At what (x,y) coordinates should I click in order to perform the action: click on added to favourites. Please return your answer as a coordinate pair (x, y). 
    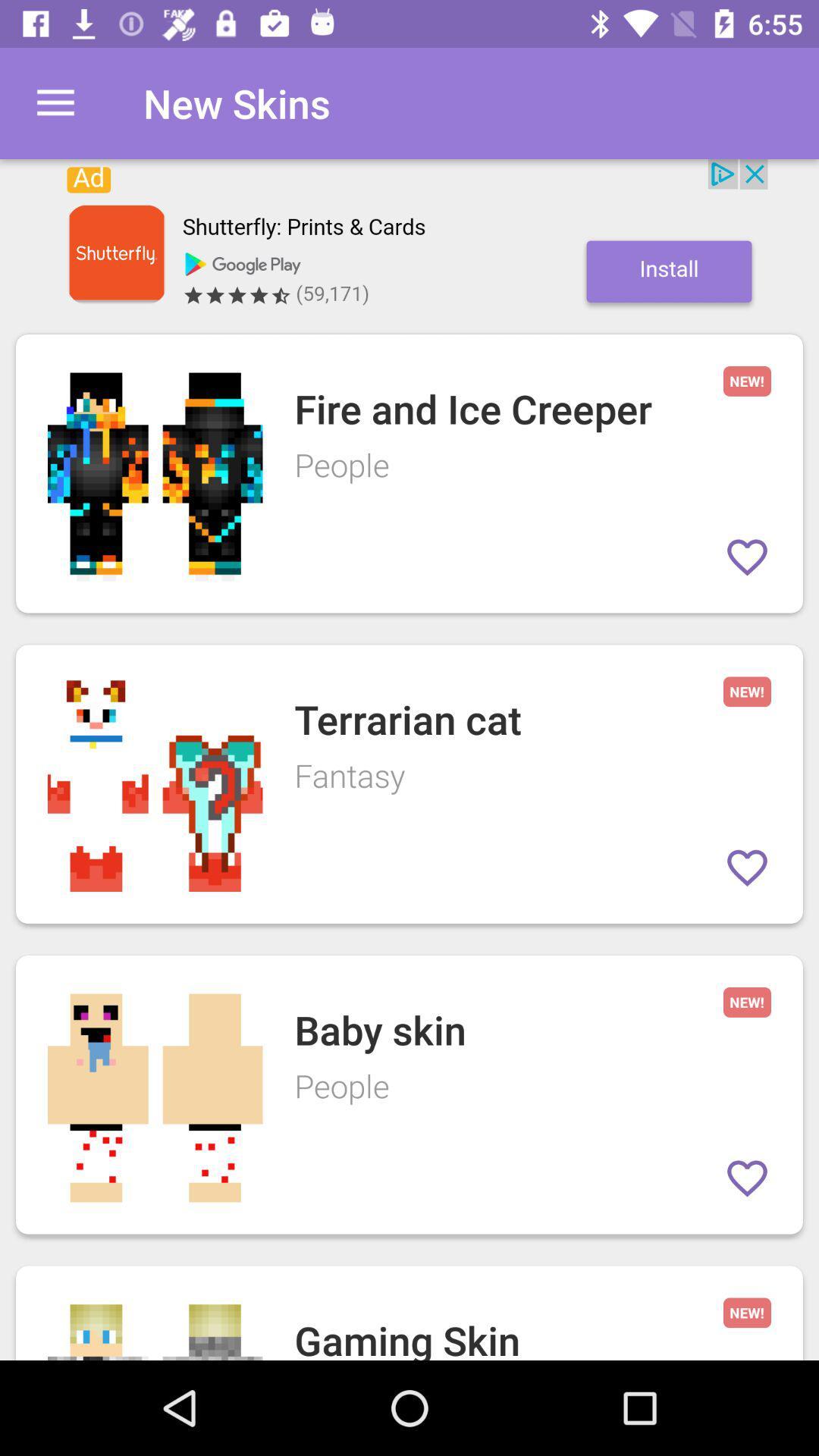
    Looking at the image, I should click on (746, 868).